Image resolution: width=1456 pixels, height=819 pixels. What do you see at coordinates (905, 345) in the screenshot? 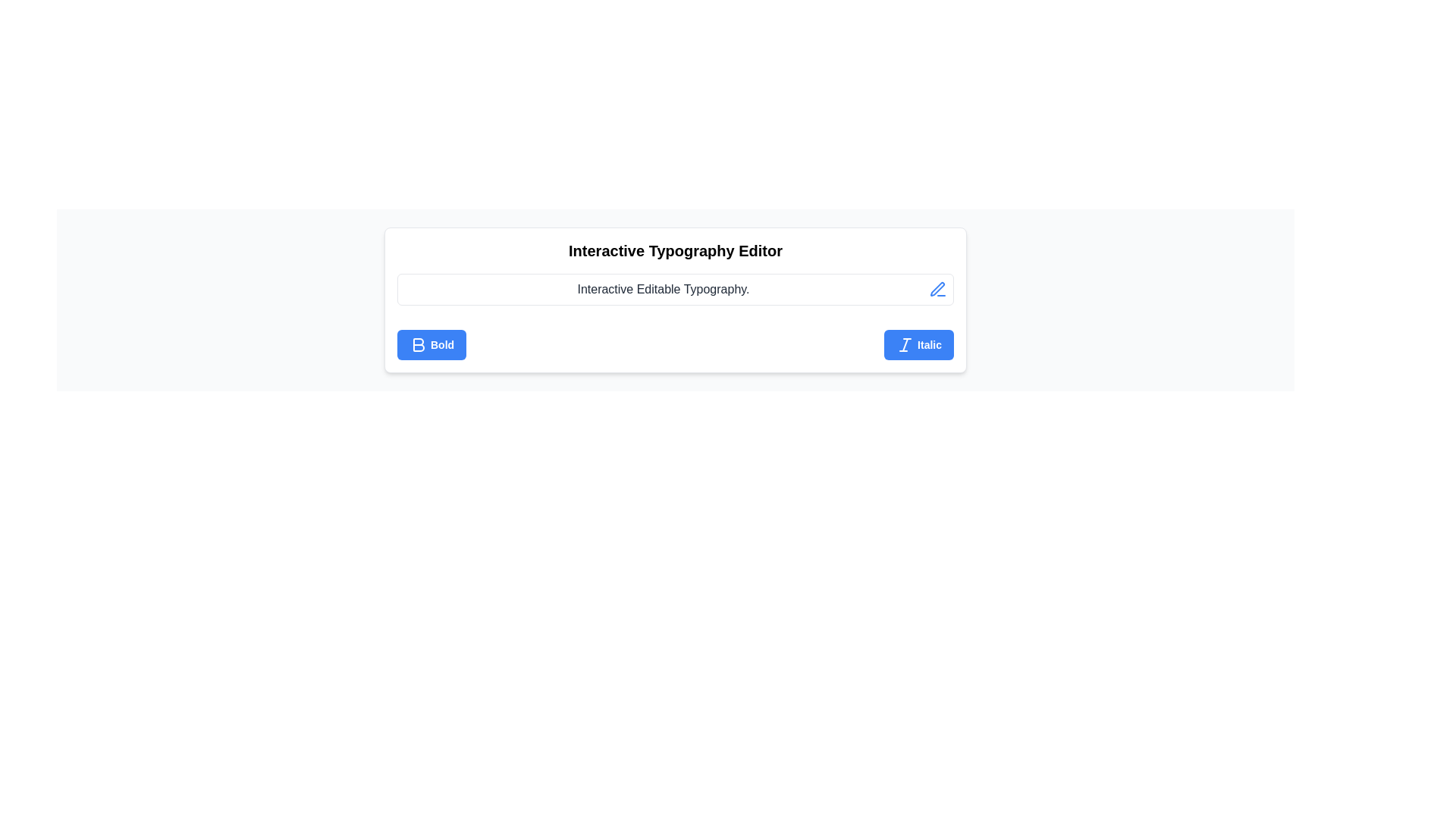
I see `the slanted 'I' icon within the 'Italic' button` at bounding box center [905, 345].